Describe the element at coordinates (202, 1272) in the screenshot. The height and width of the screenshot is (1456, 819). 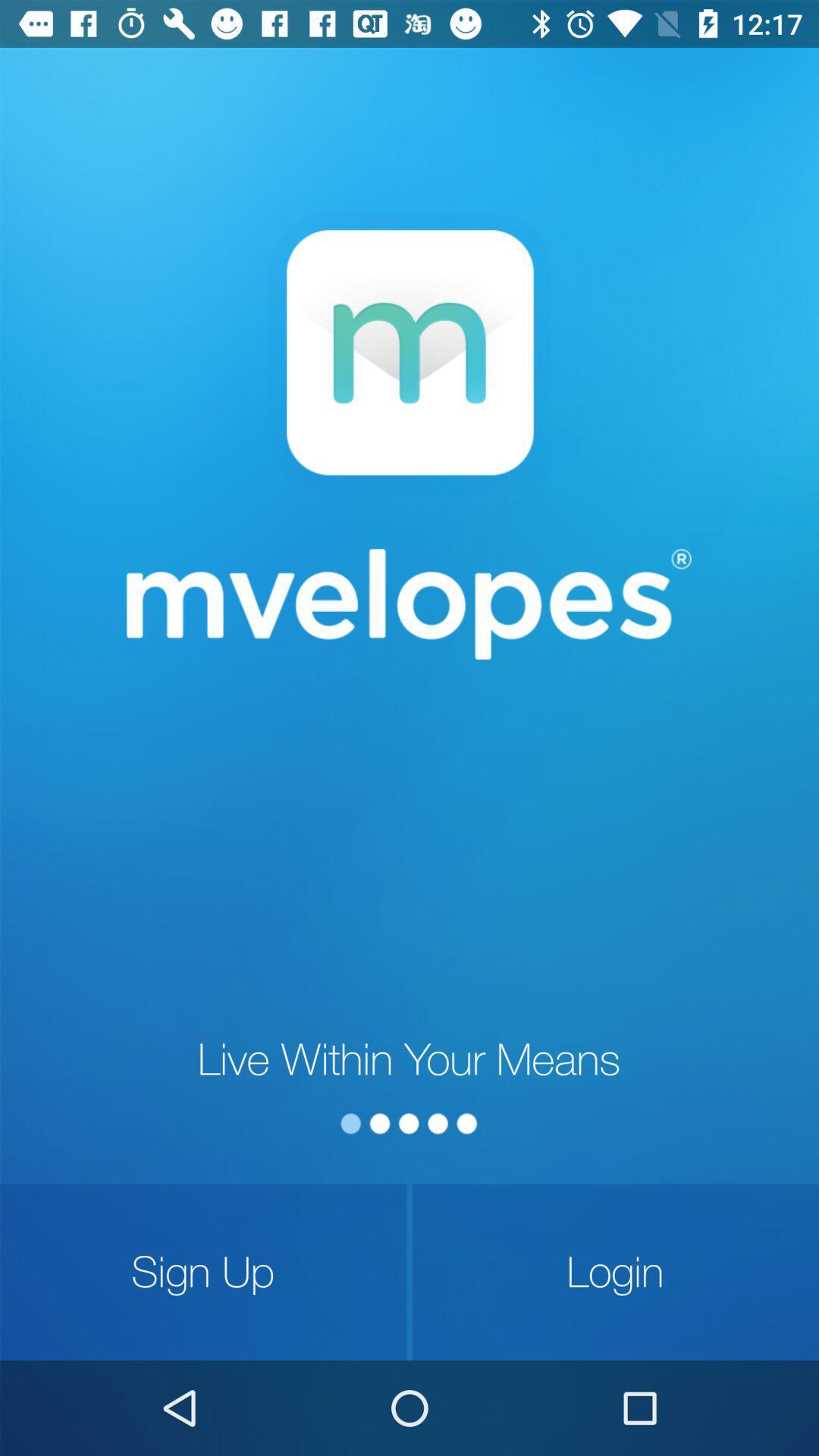
I see `the icon to the left of the login item` at that location.